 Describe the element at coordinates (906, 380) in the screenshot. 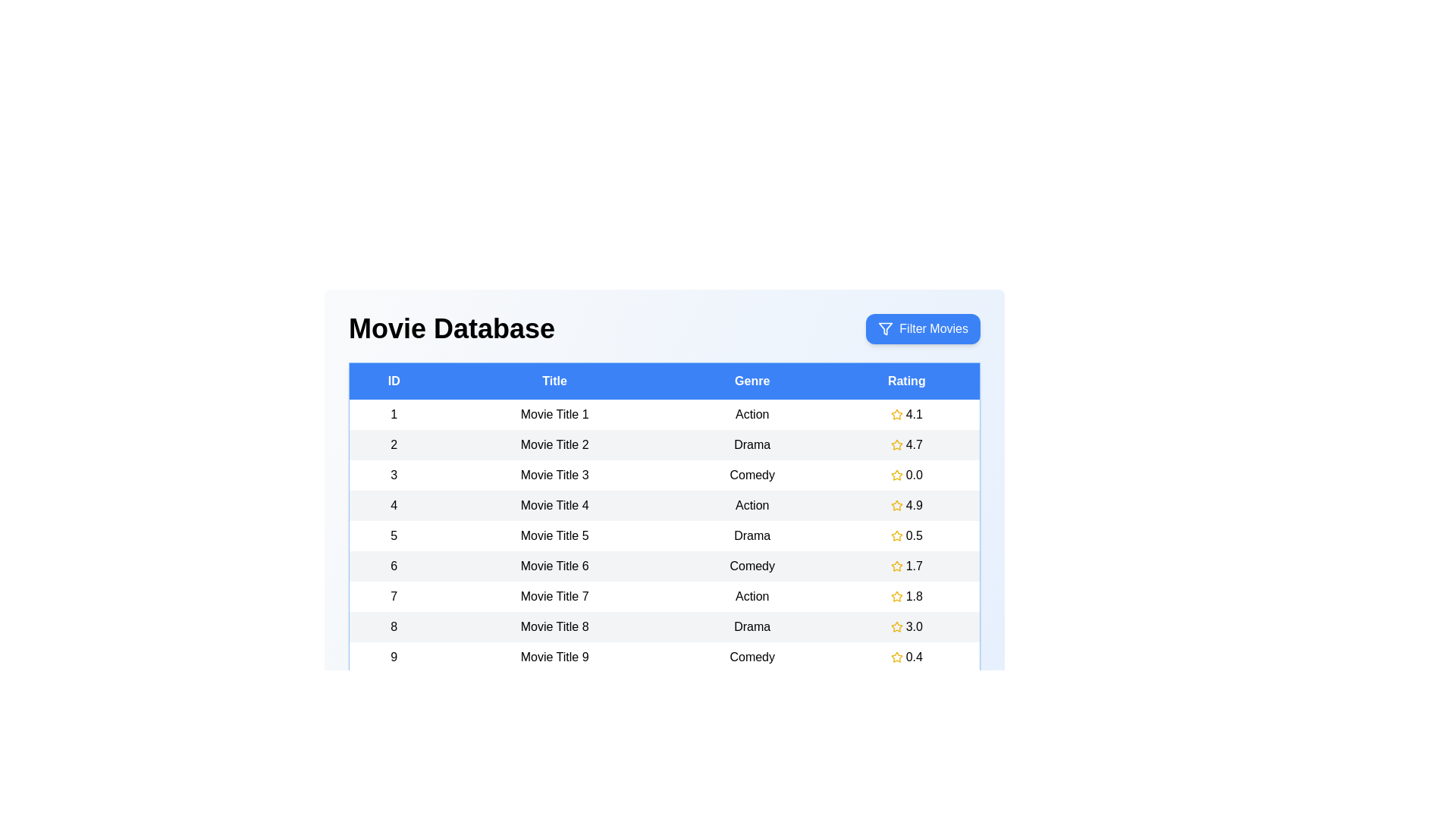

I see `the column header to sort the table by Rating` at that location.